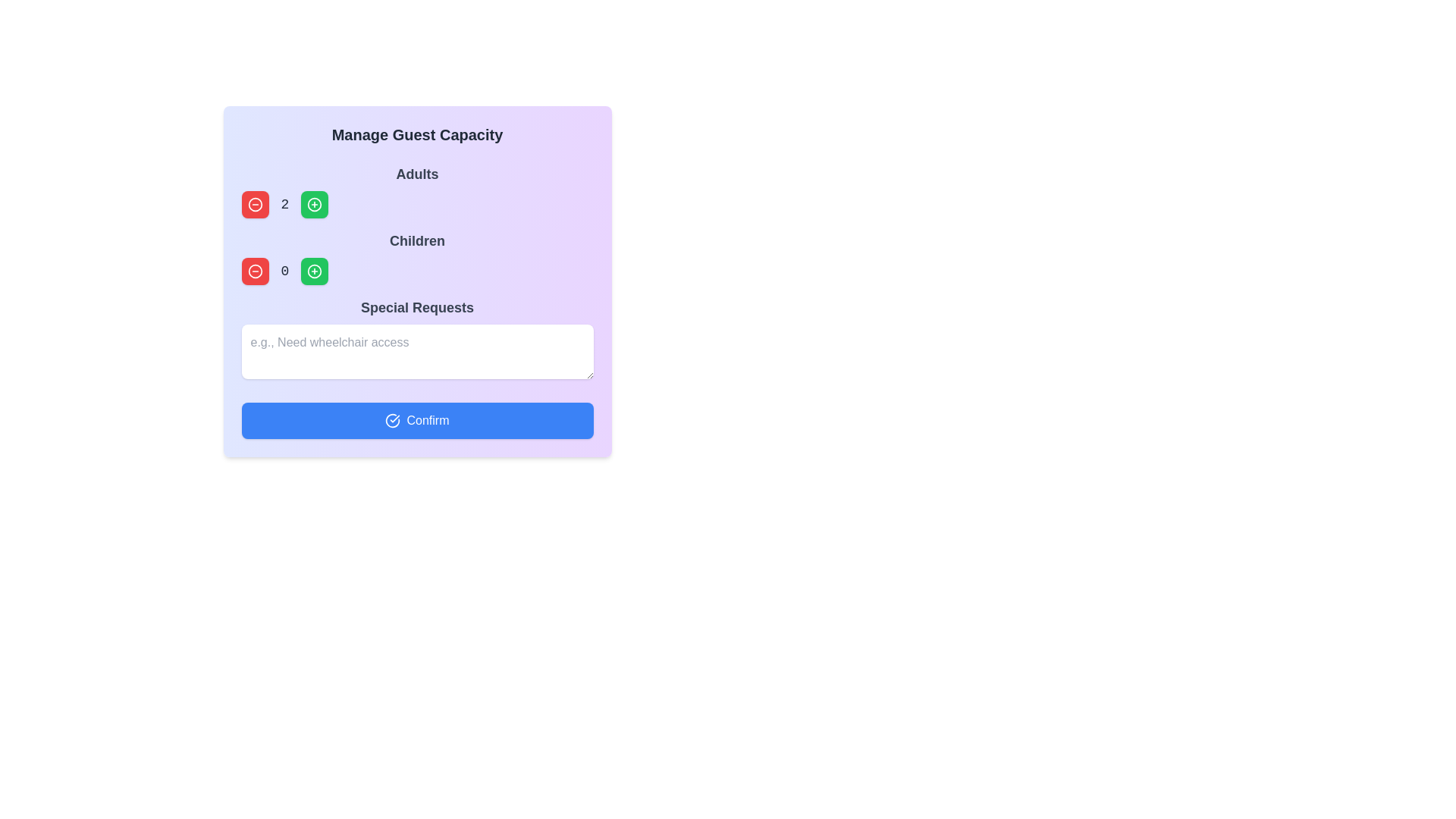 This screenshot has height=819, width=1456. What do you see at coordinates (393, 421) in the screenshot?
I see `the 'Confirm' button, which contains the affirmation Icon positioned towards the left side of the button, adjacent to the text 'Confirm'` at bounding box center [393, 421].